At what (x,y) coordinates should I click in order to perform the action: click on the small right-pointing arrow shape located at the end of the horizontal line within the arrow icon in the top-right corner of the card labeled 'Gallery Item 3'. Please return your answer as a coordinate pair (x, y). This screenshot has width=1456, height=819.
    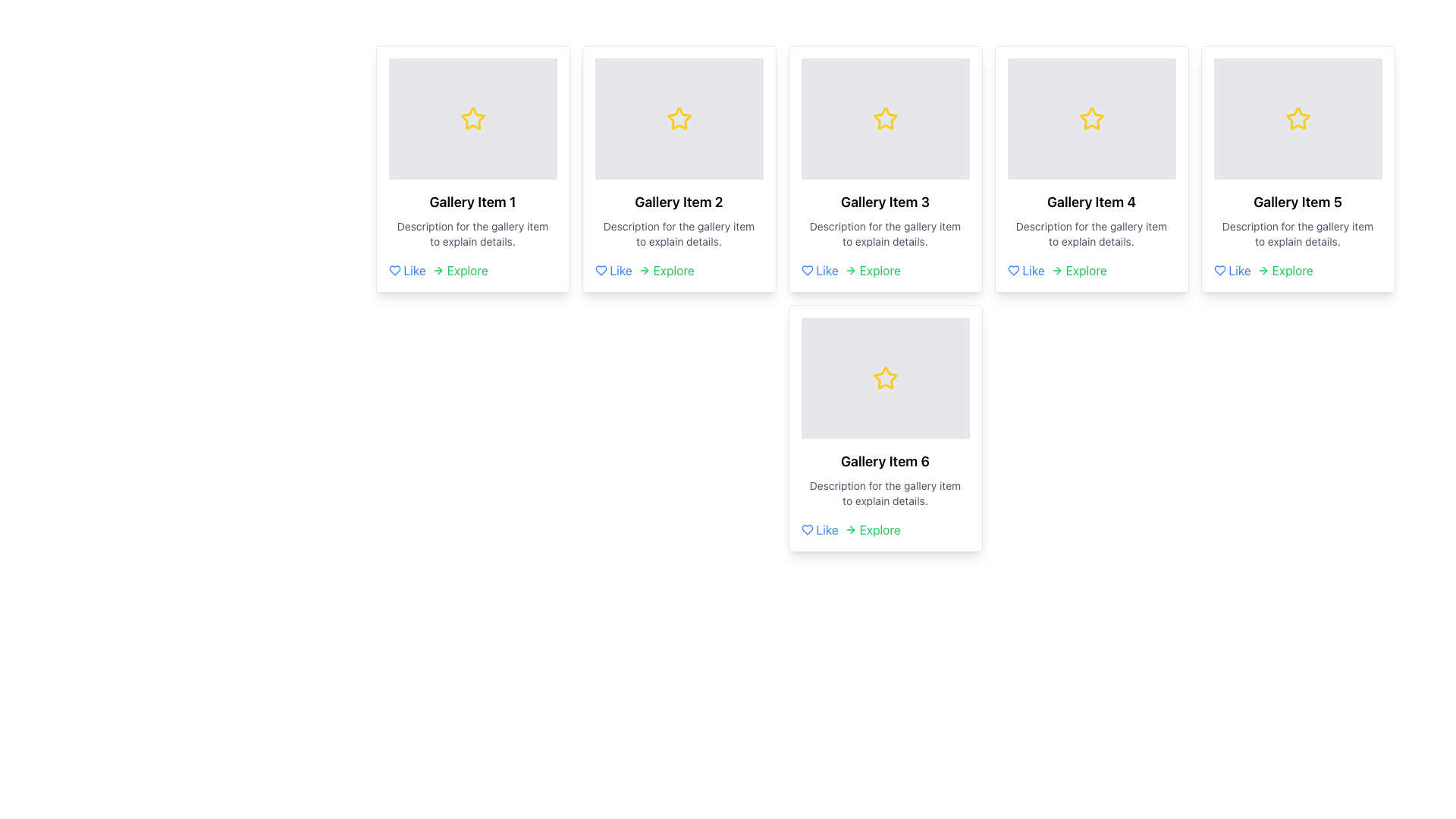
    Looking at the image, I should click on (852, 270).